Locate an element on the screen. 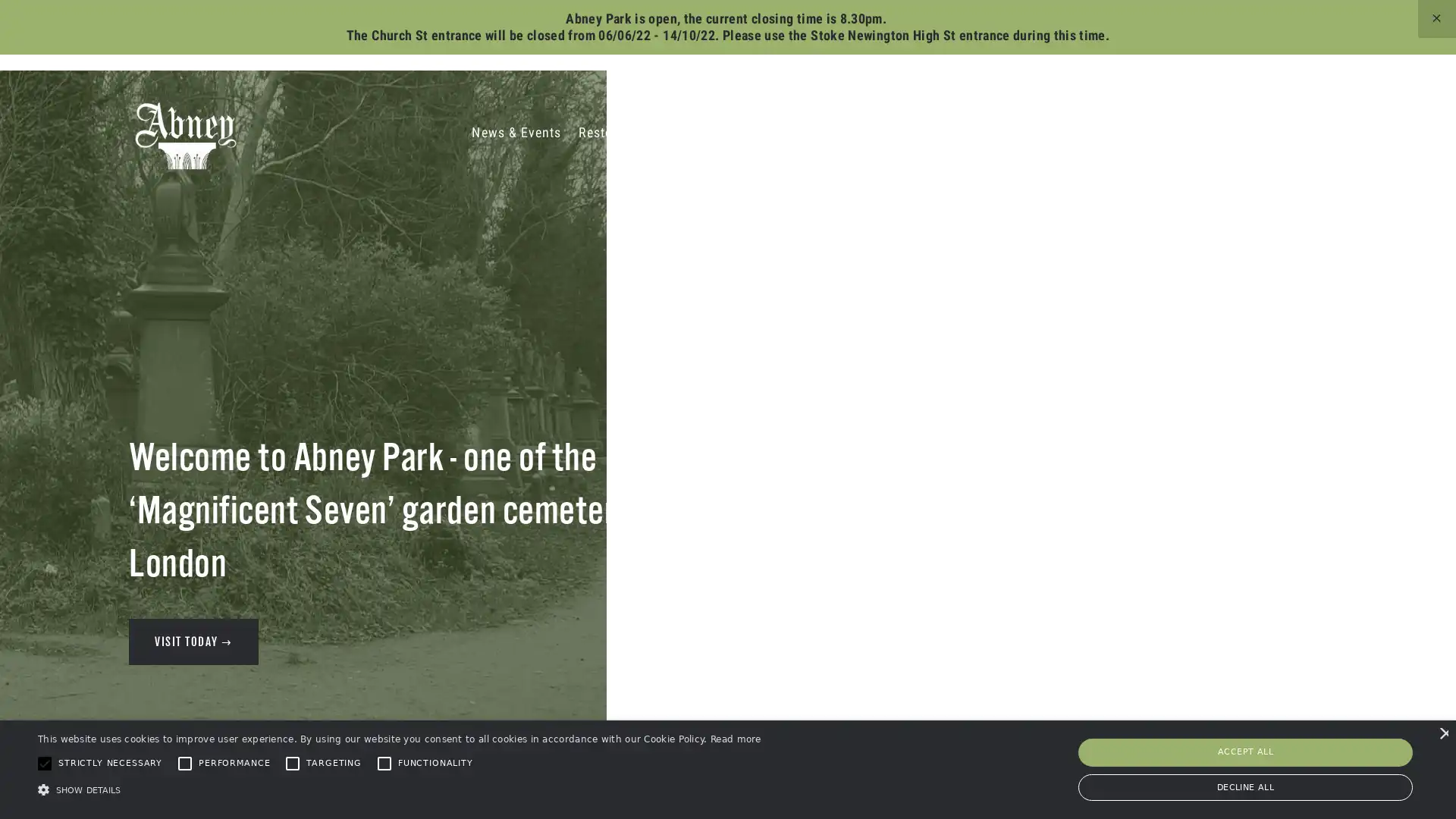  SHOW DETAILS is located at coordinates (399, 789).